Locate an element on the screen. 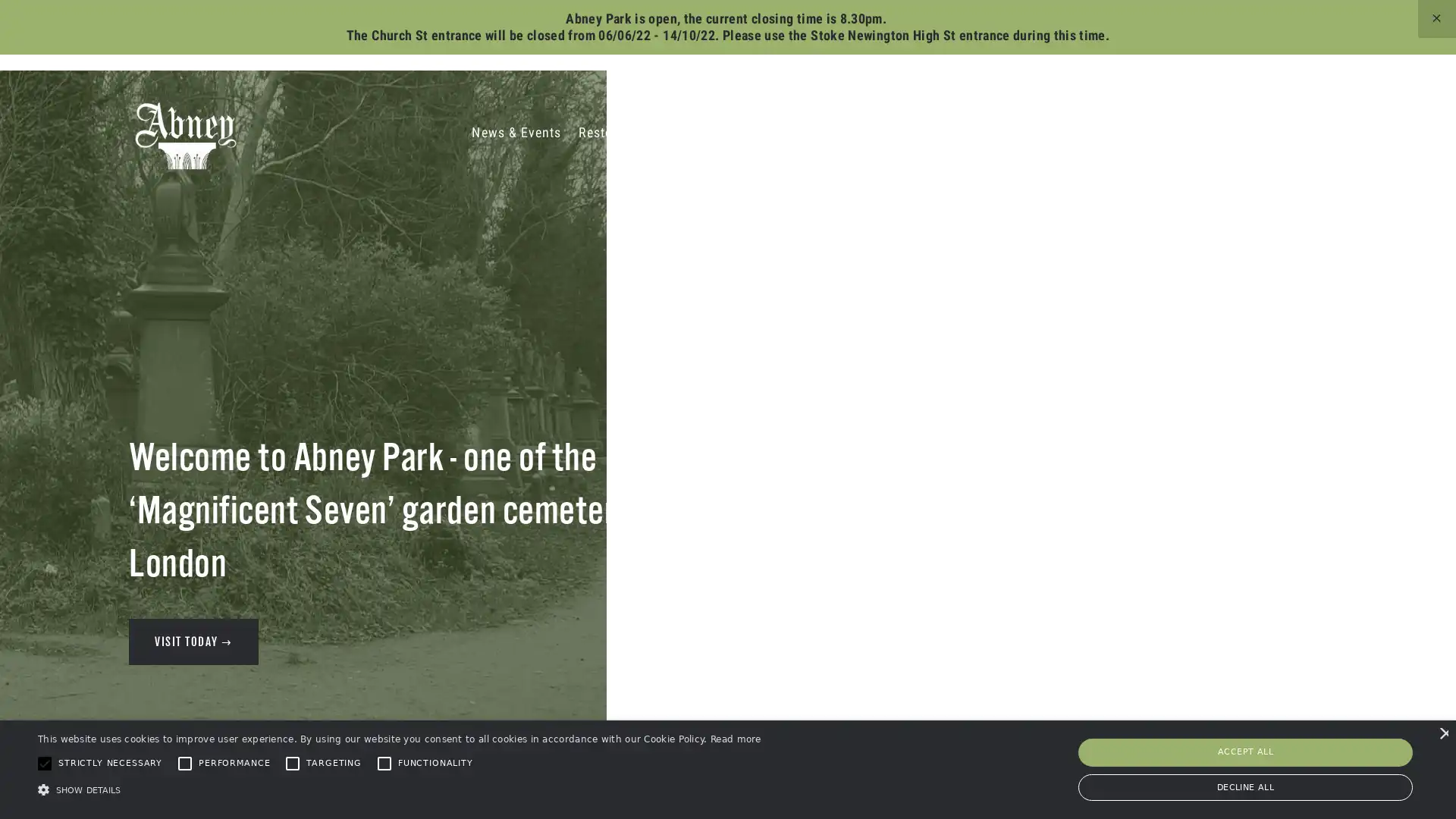  SHOW DETAILS is located at coordinates (399, 789).